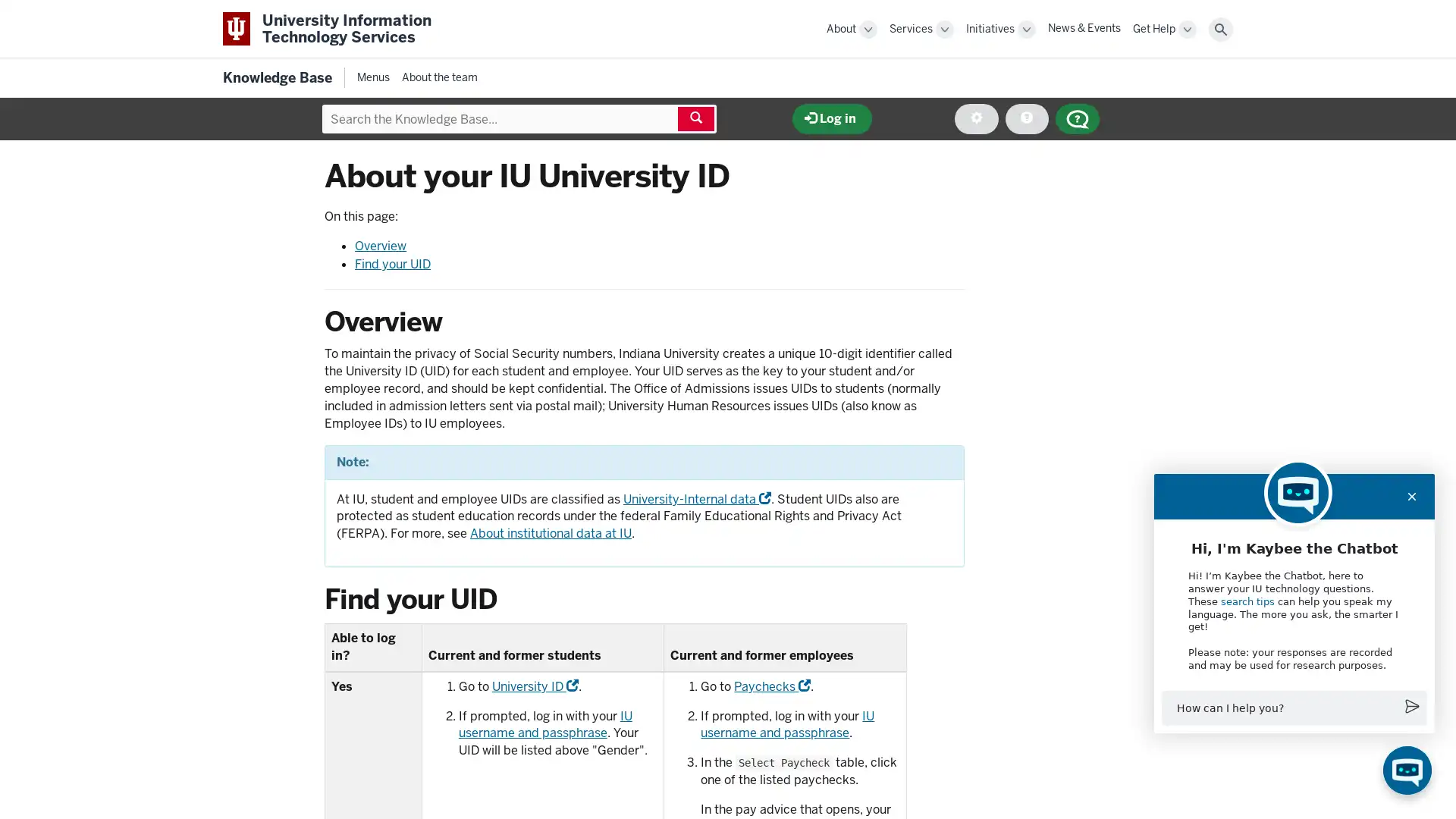 This screenshot has height=819, width=1456. Describe the element at coordinates (868, 29) in the screenshot. I see `Toggle About navigation` at that location.